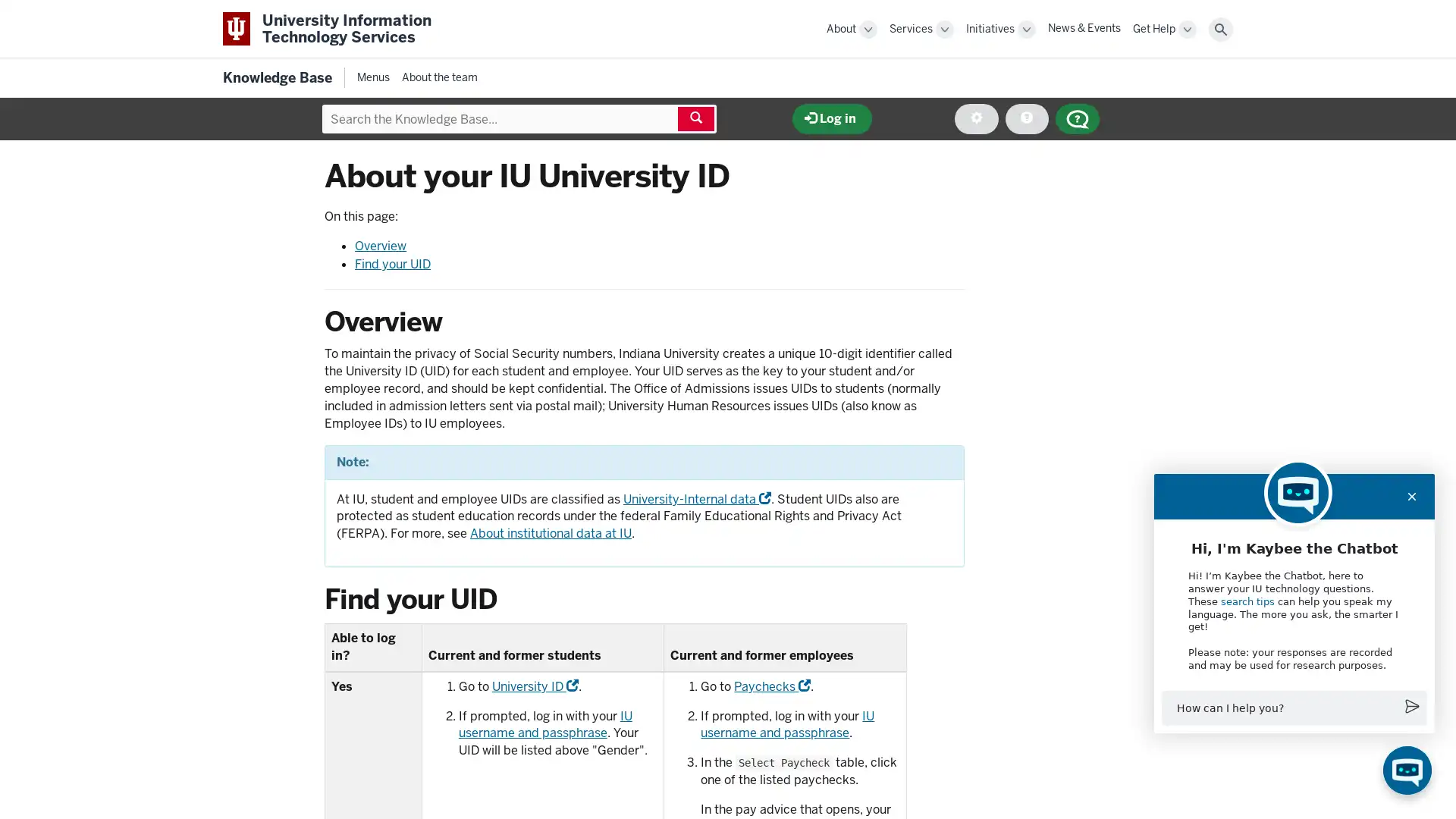 This screenshot has height=819, width=1456. Describe the element at coordinates (868, 29) in the screenshot. I see `Toggle About navigation` at that location.